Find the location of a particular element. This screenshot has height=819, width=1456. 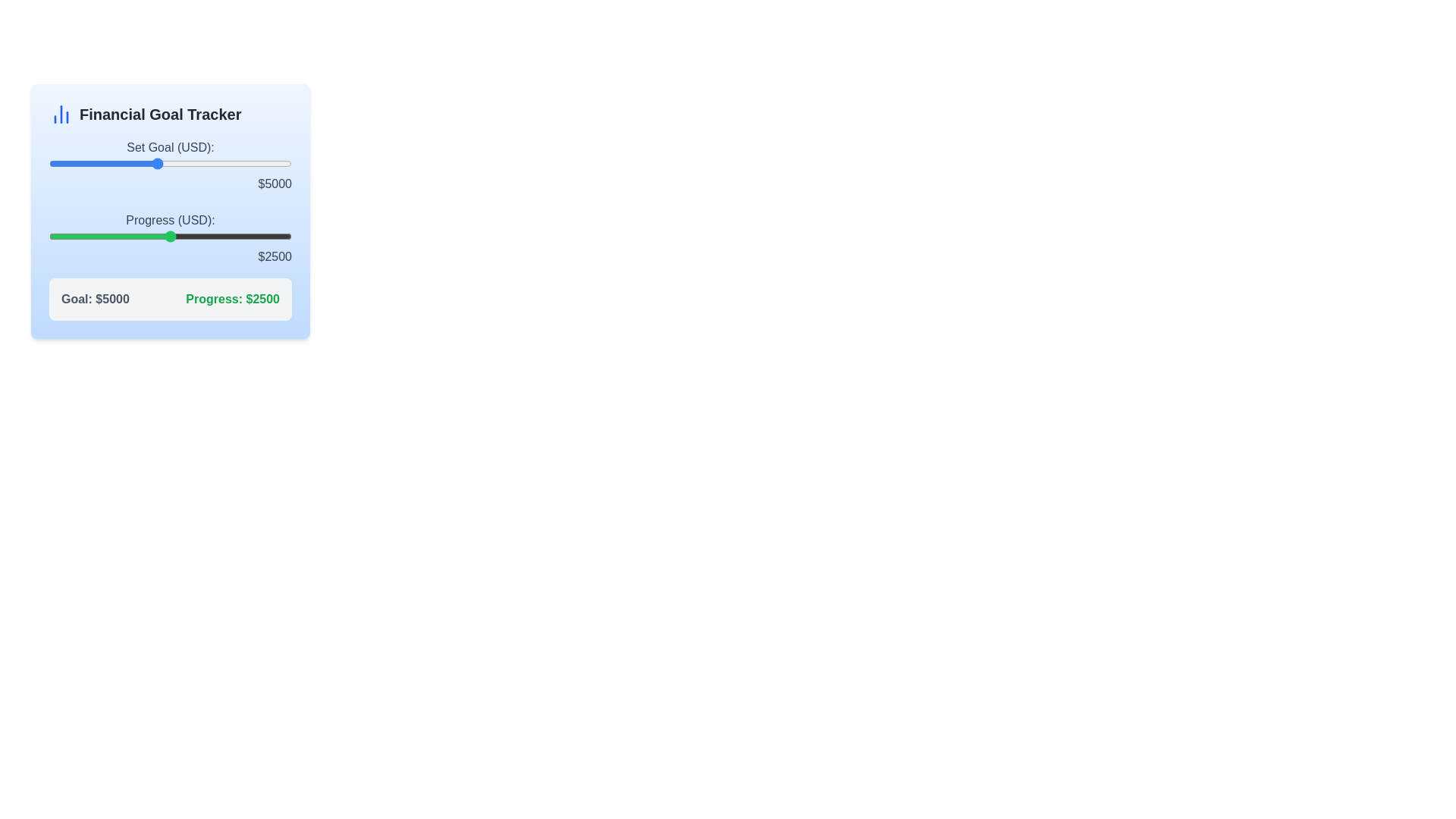

the progress slider to 1864 USD is located at coordinates (140, 237).